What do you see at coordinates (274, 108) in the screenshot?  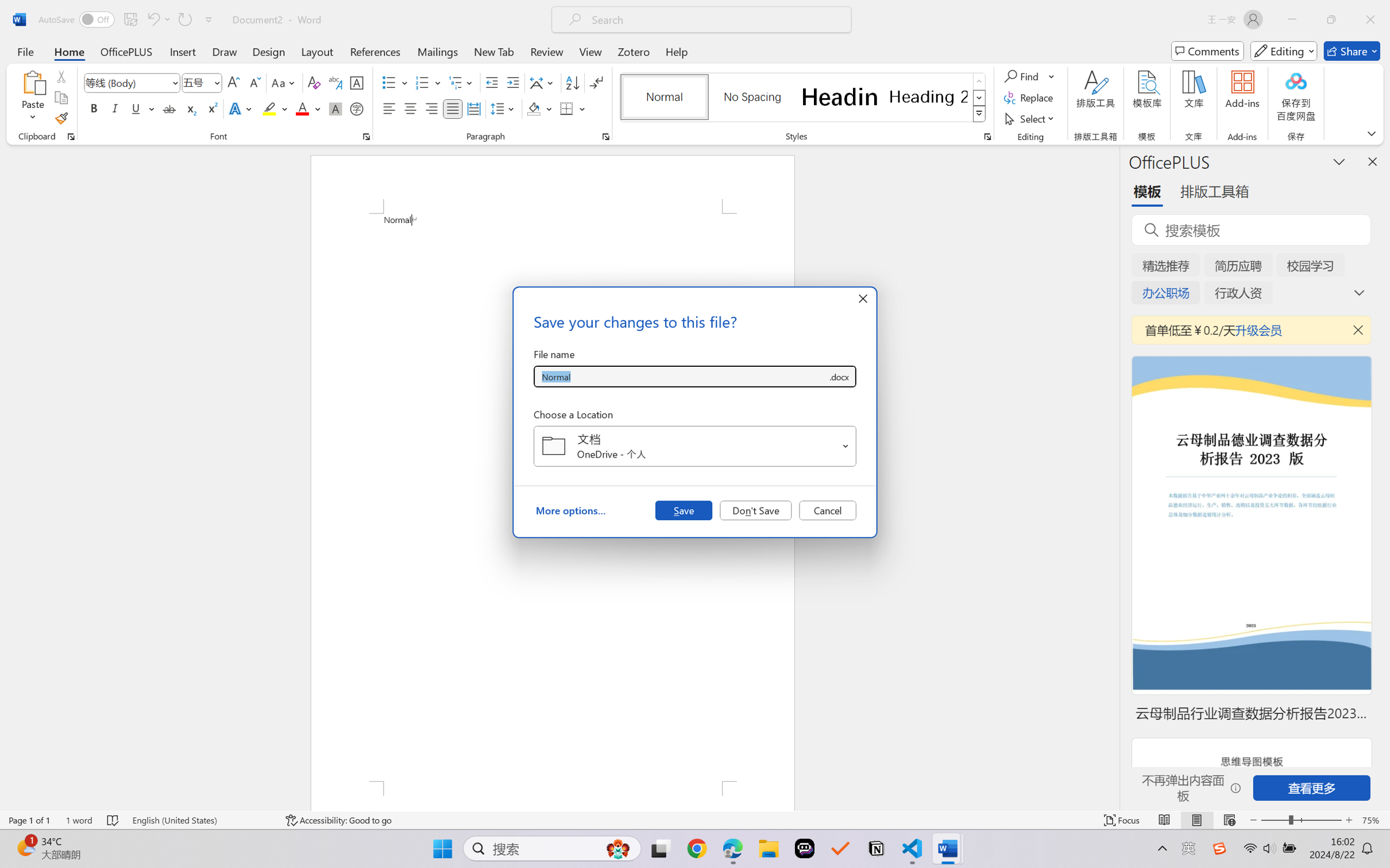 I see `'Text Highlight Color'` at bounding box center [274, 108].